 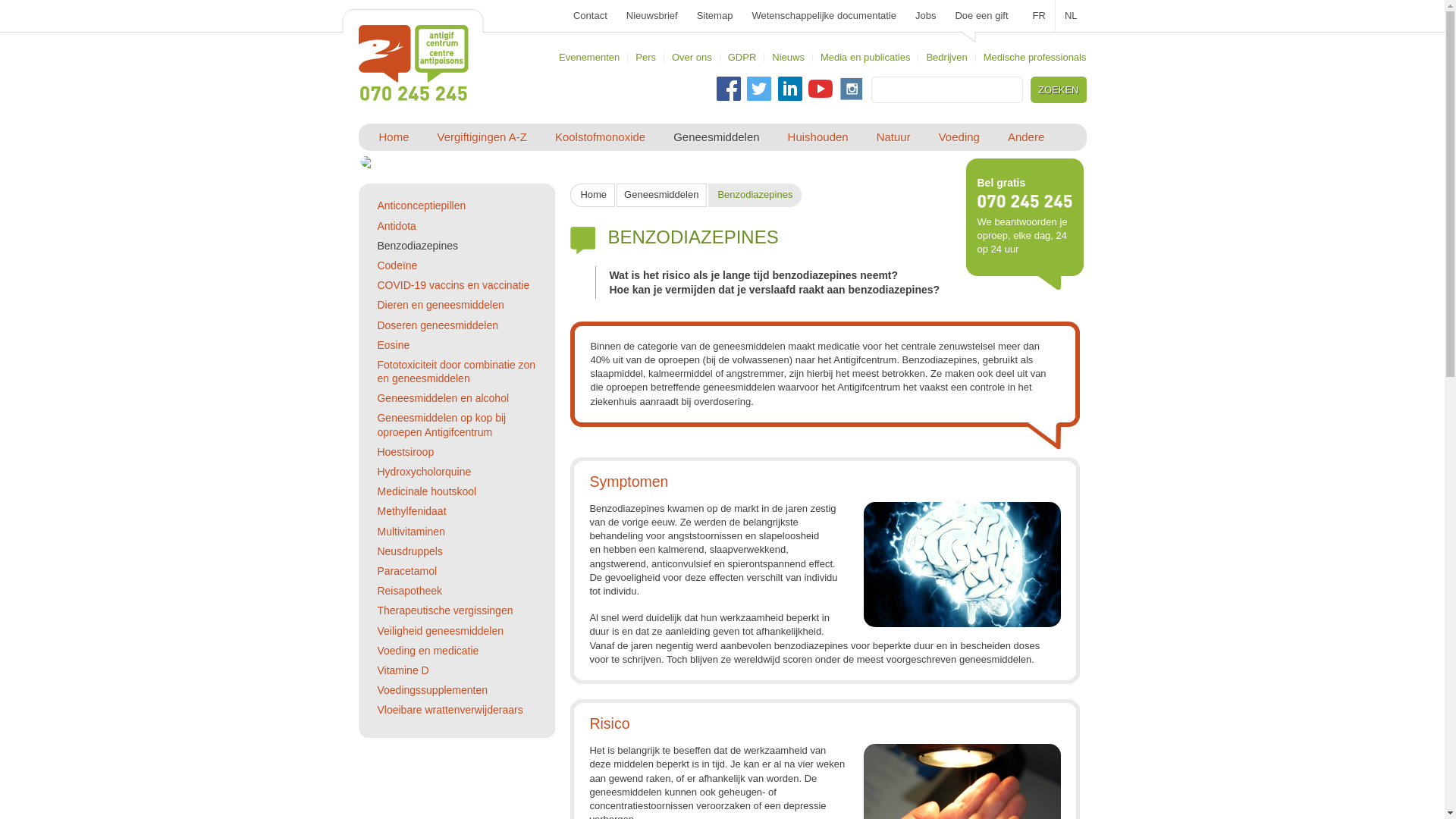 What do you see at coordinates (455, 371) in the screenshot?
I see `'Fototoxiciteit door combinatie zon en geneesmiddelen'` at bounding box center [455, 371].